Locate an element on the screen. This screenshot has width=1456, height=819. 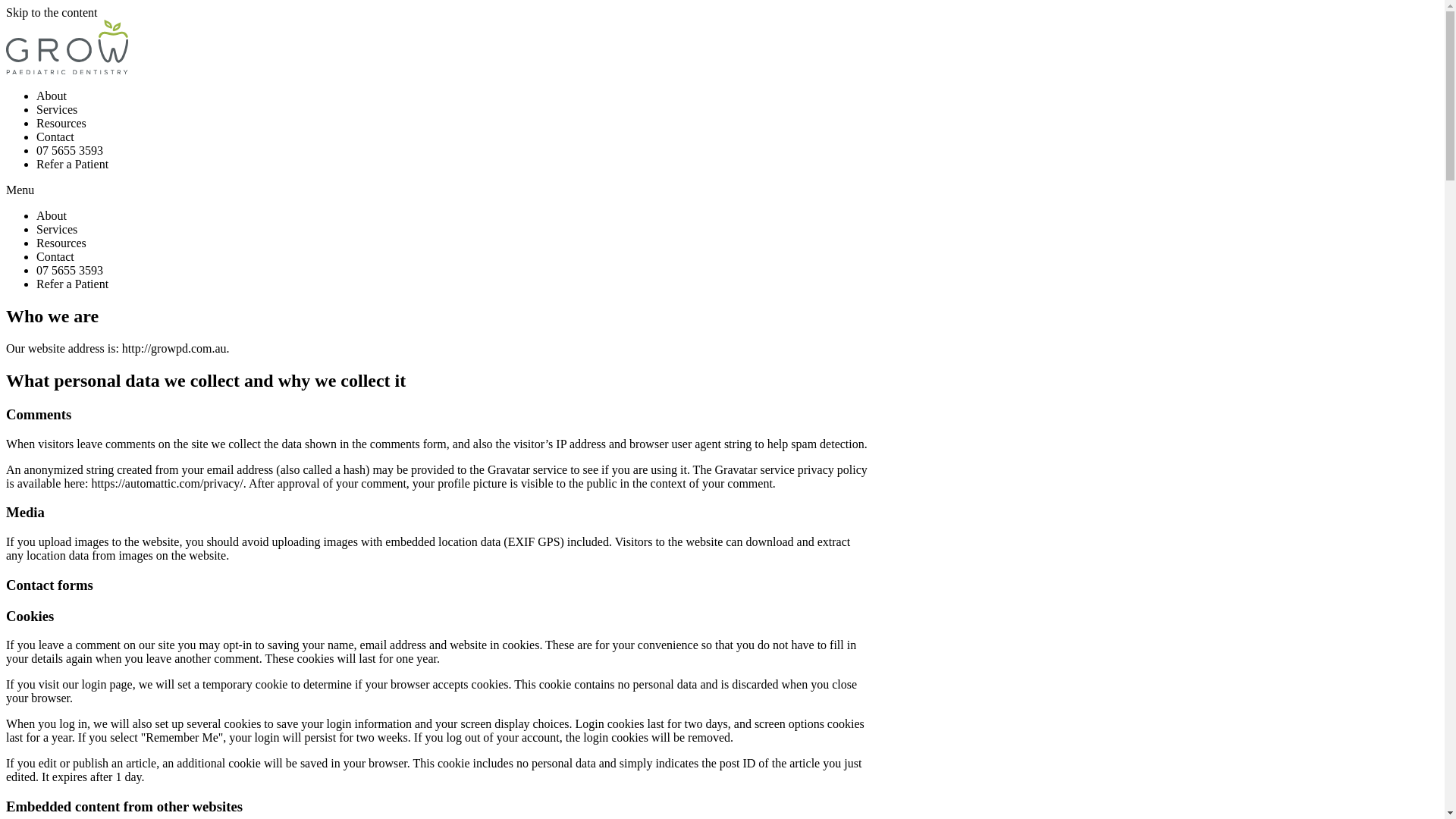
'About' is located at coordinates (51, 215).